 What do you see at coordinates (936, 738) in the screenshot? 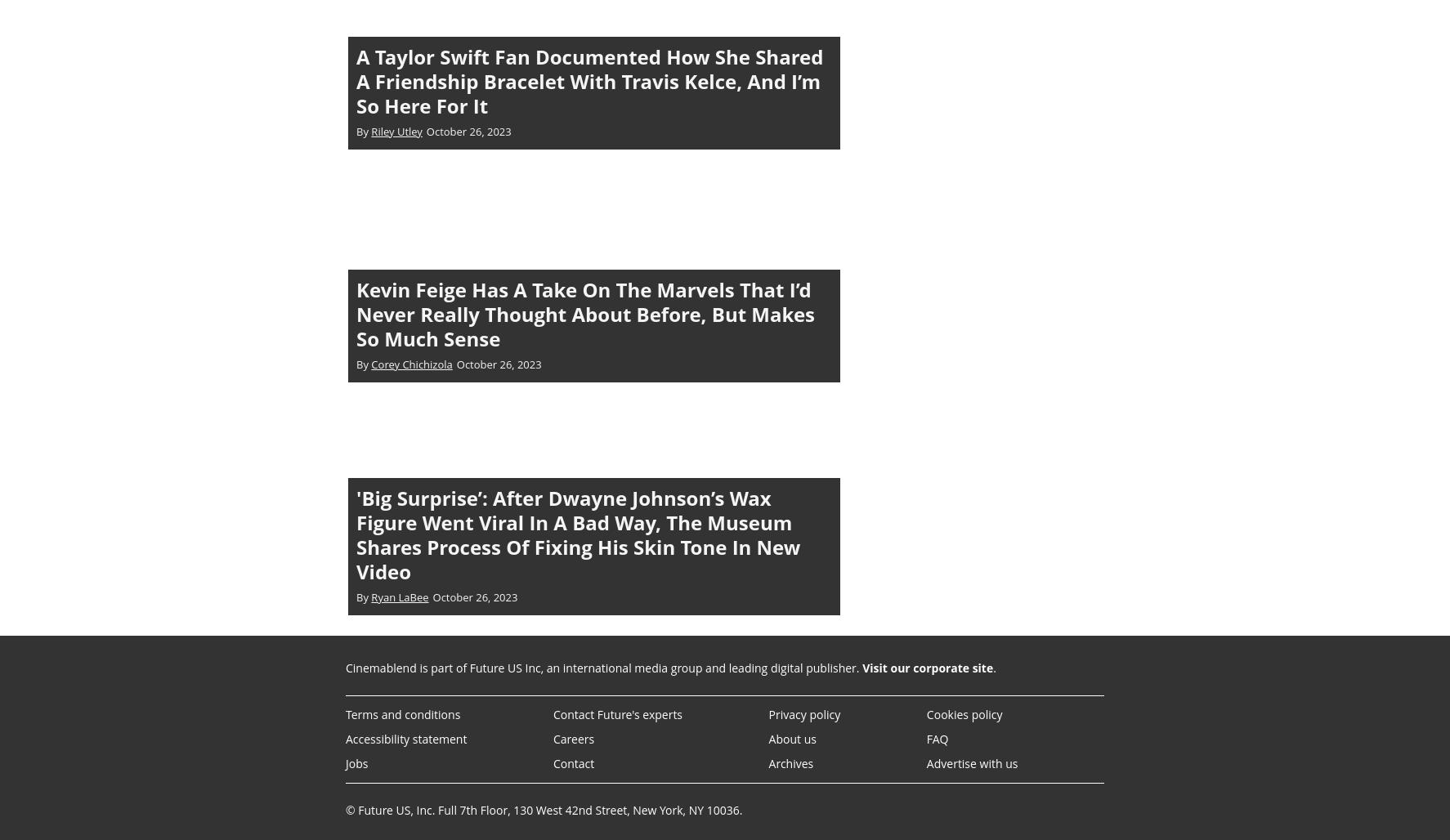
I see `'FAQ'` at bounding box center [936, 738].